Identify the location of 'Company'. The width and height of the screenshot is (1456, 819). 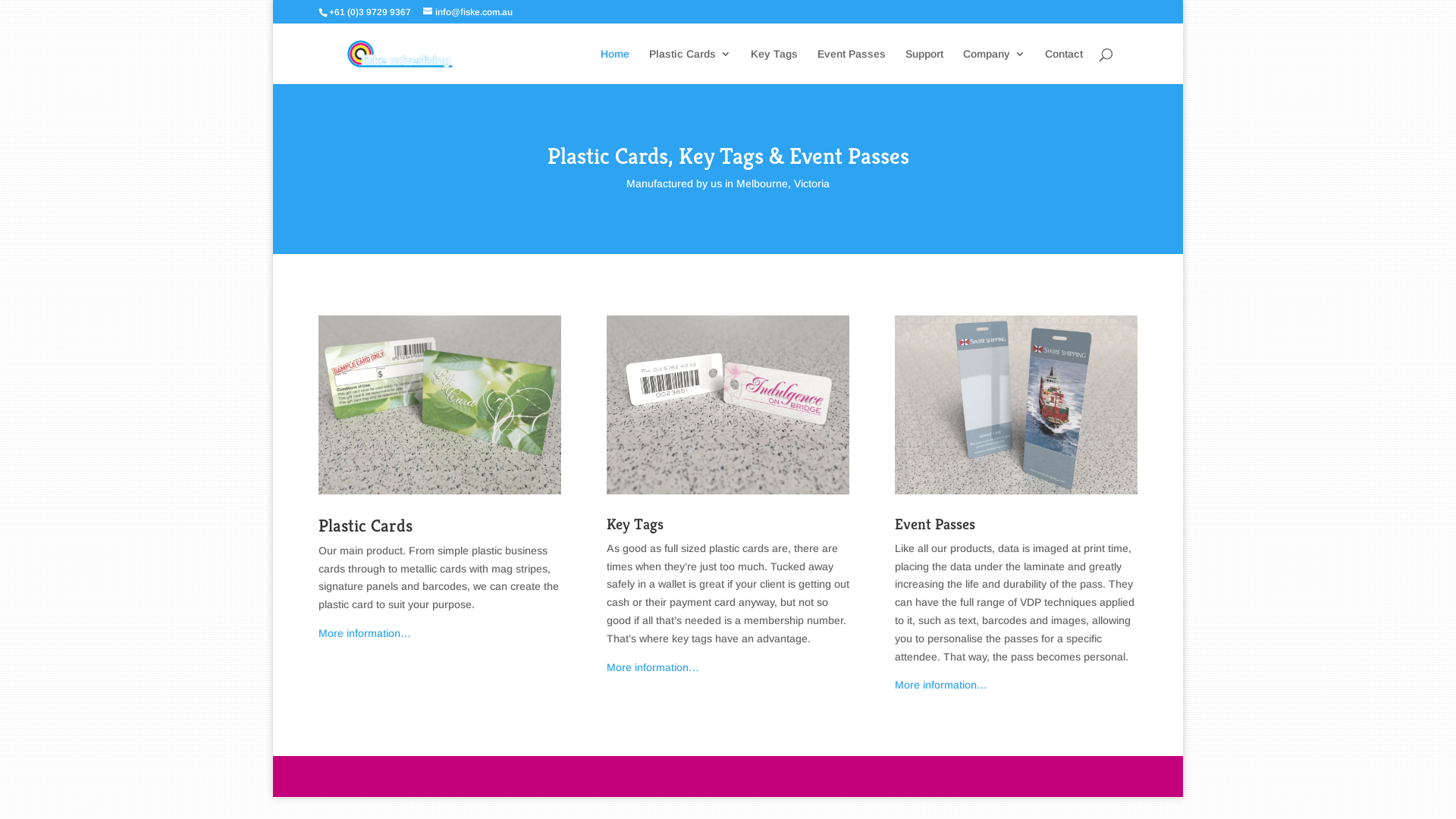
(962, 65).